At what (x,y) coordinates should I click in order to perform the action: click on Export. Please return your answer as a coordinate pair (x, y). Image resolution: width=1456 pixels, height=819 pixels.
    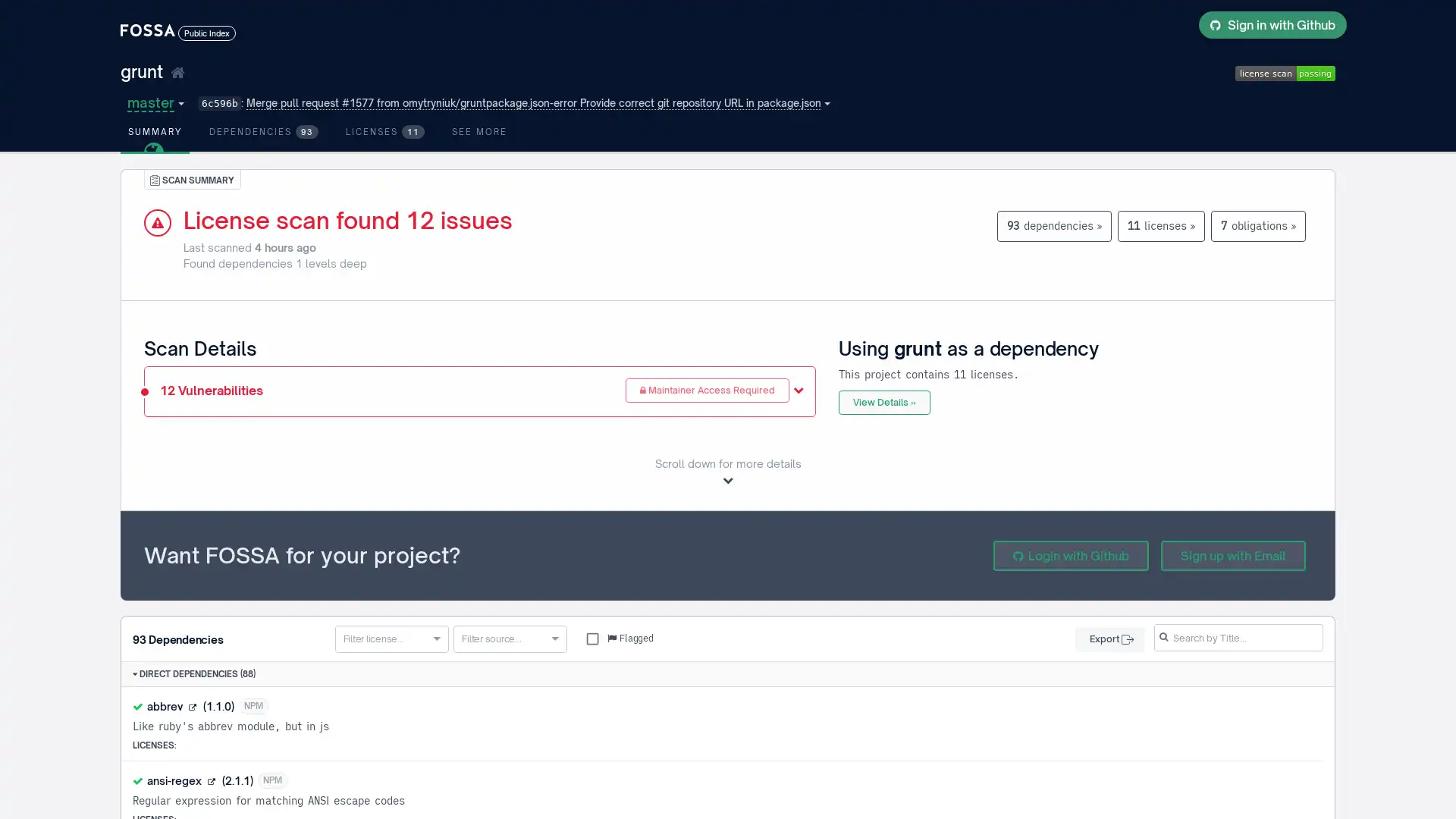
    Looking at the image, I should click on (1110, 638).